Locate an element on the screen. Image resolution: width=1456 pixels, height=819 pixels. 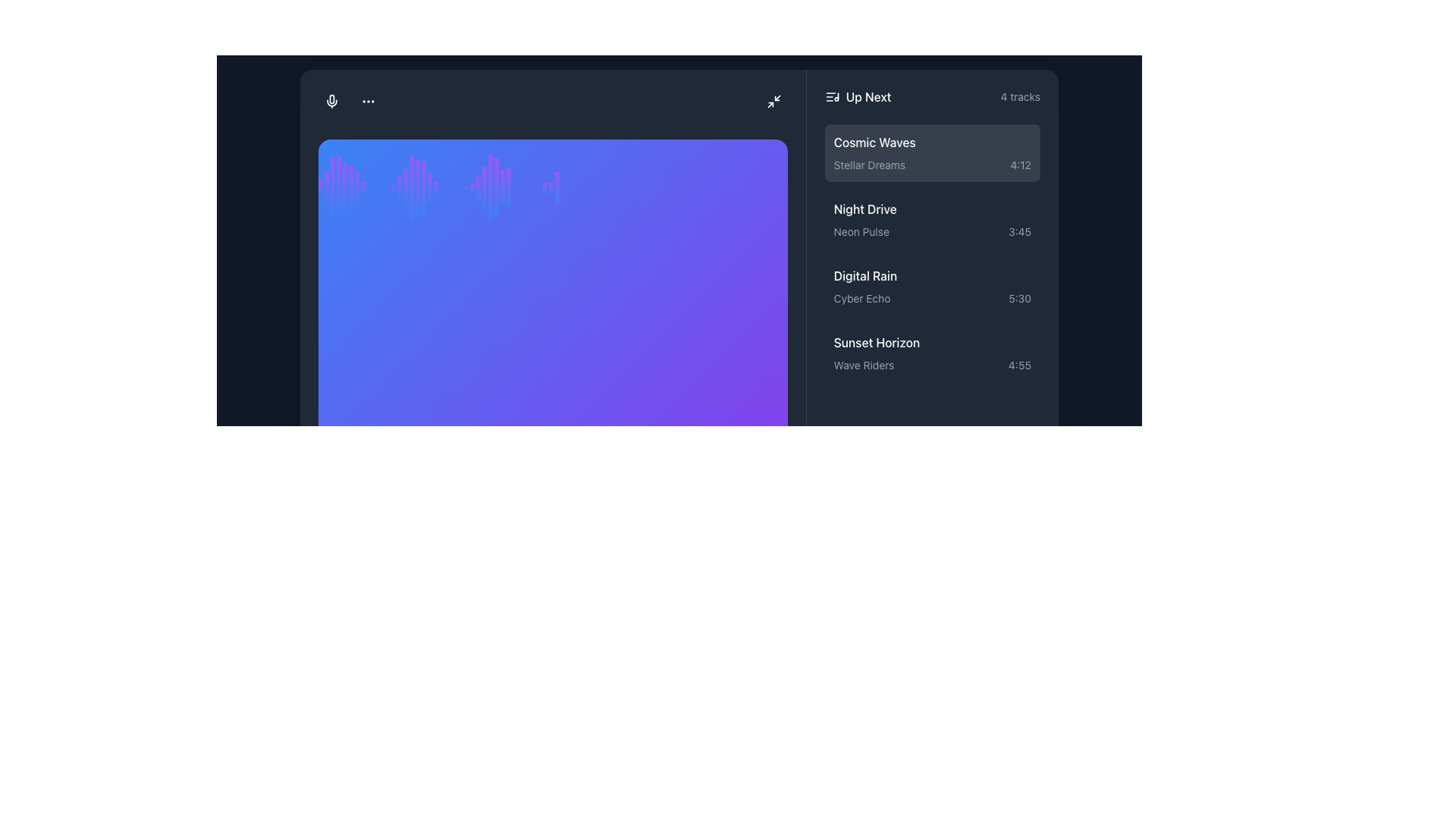
the central bar in the graphical representation of data, which is part of a sequence of vertical bars in the chart is located at coordinates (491, 186).